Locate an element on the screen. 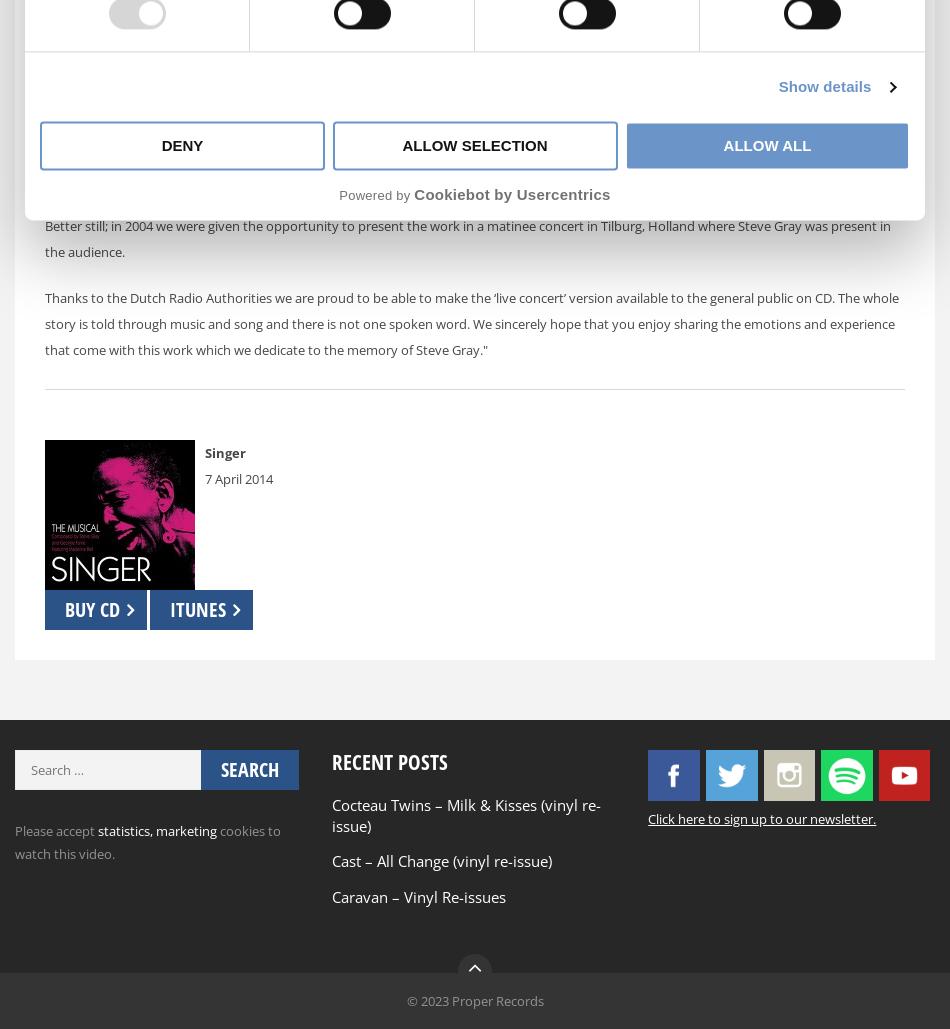 The width and height of the screenshot is (950, 1029). 'iTunes' is located at coordinates (197, 608).